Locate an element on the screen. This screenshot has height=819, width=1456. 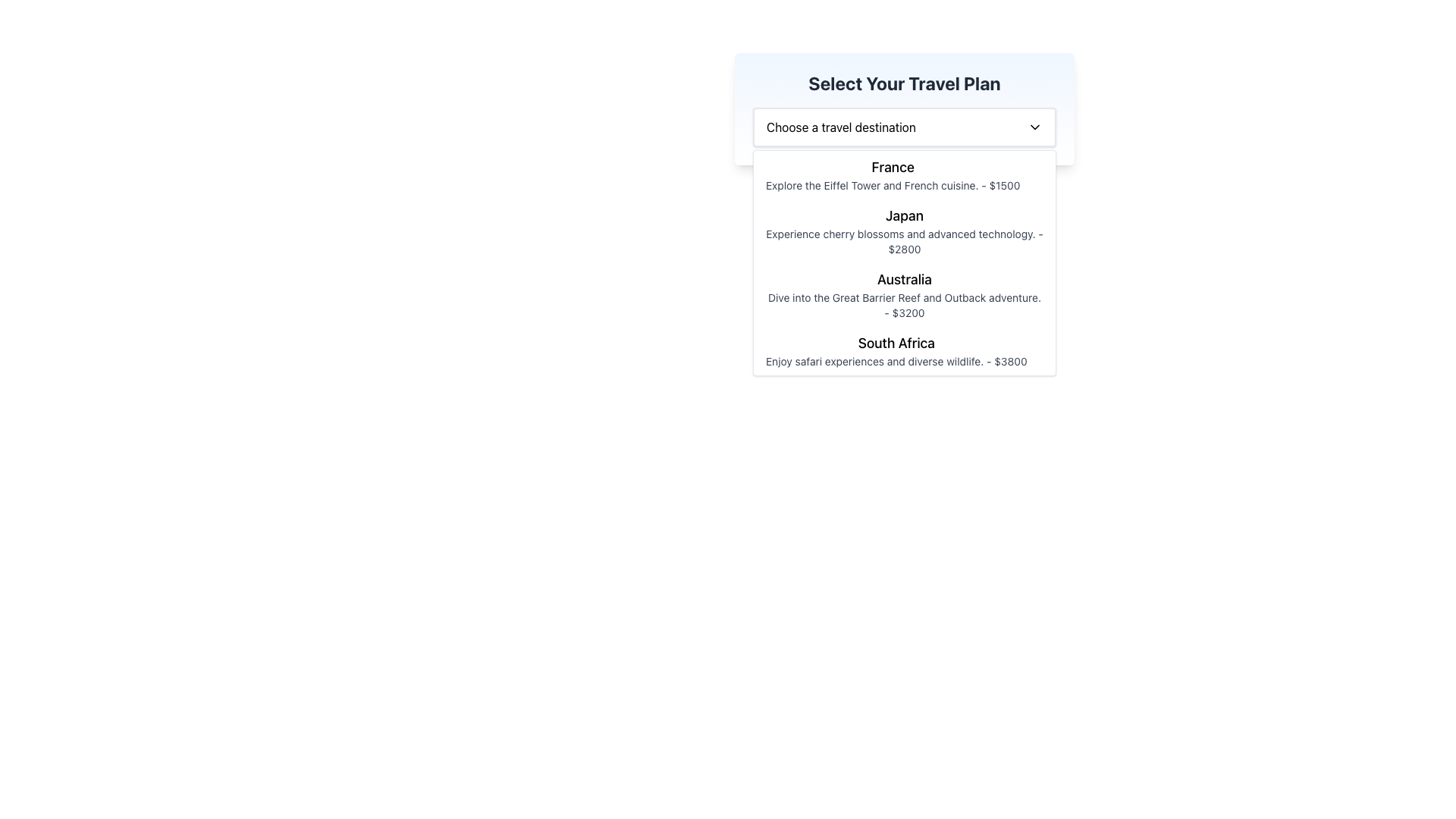
information presented in the last item of the dropdown menu titled 'Select Your Travel Plan', which describes the travel destination 'South Africa' with its title and detailed description is located at coordinates (905, 350).